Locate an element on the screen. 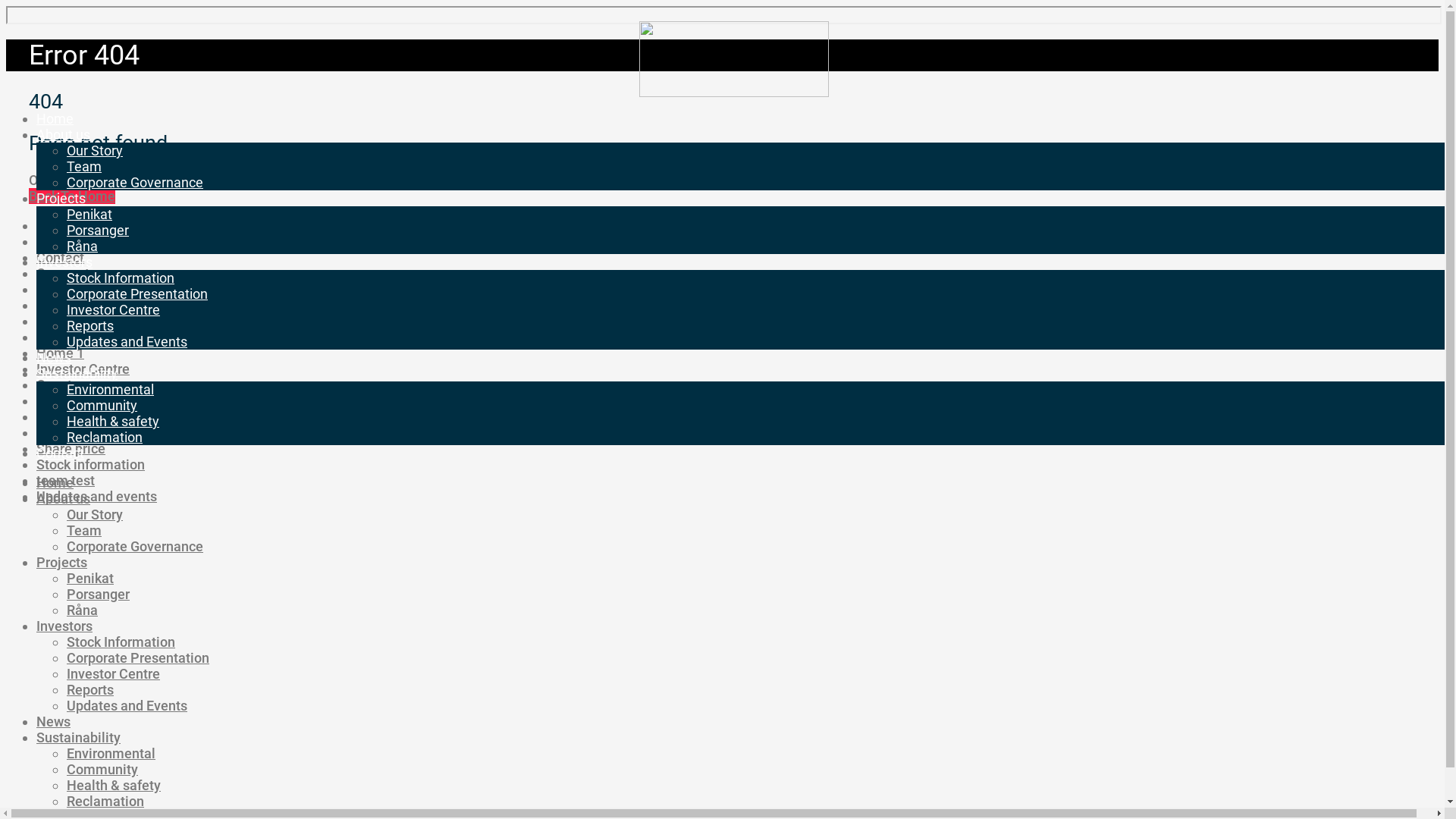 The image size is (1456, 819). 'Projects' is located at coordinates (61, 197).